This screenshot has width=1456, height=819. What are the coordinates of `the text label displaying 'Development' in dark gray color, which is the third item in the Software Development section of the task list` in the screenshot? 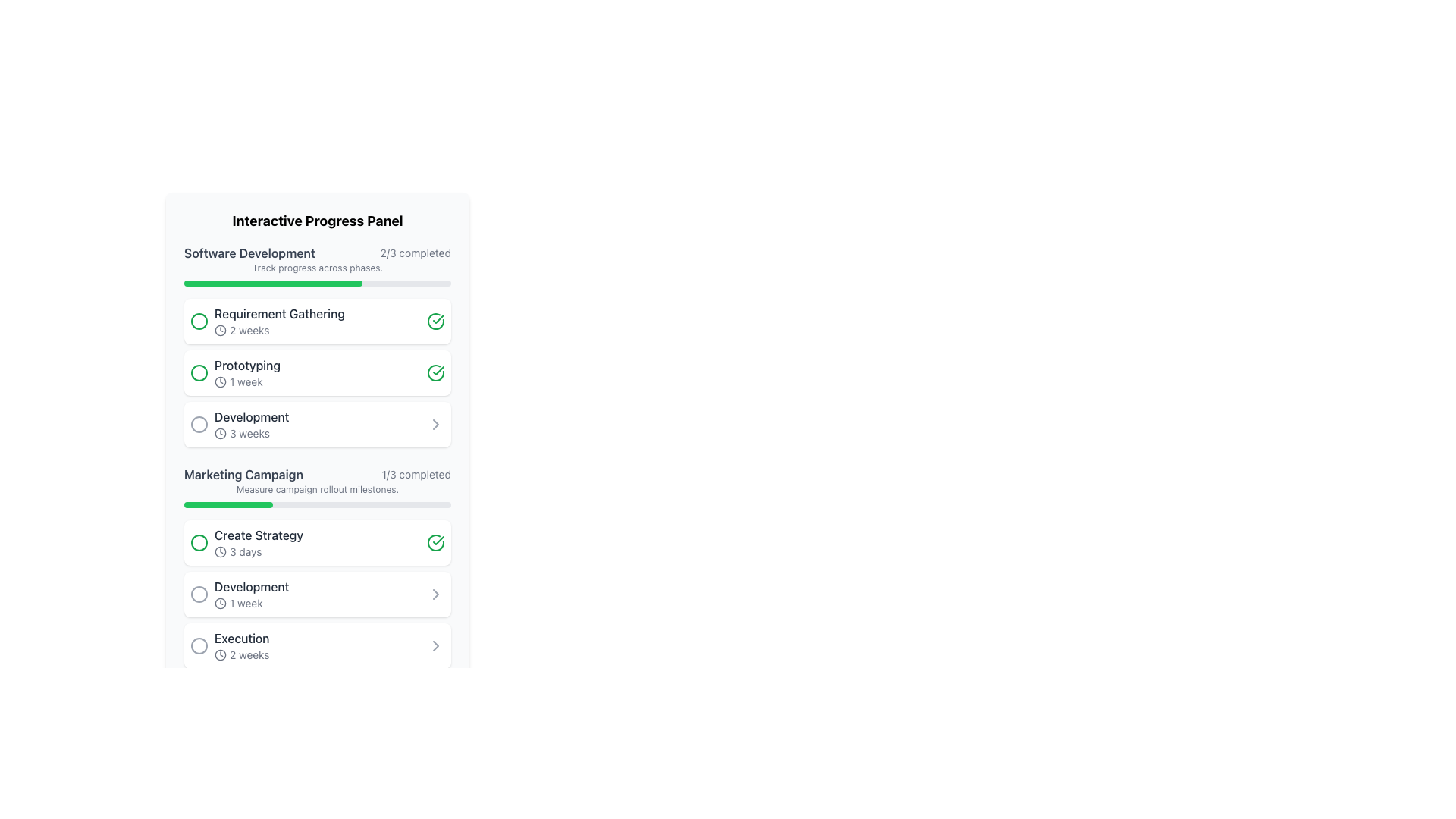 It's located at (252, 417).